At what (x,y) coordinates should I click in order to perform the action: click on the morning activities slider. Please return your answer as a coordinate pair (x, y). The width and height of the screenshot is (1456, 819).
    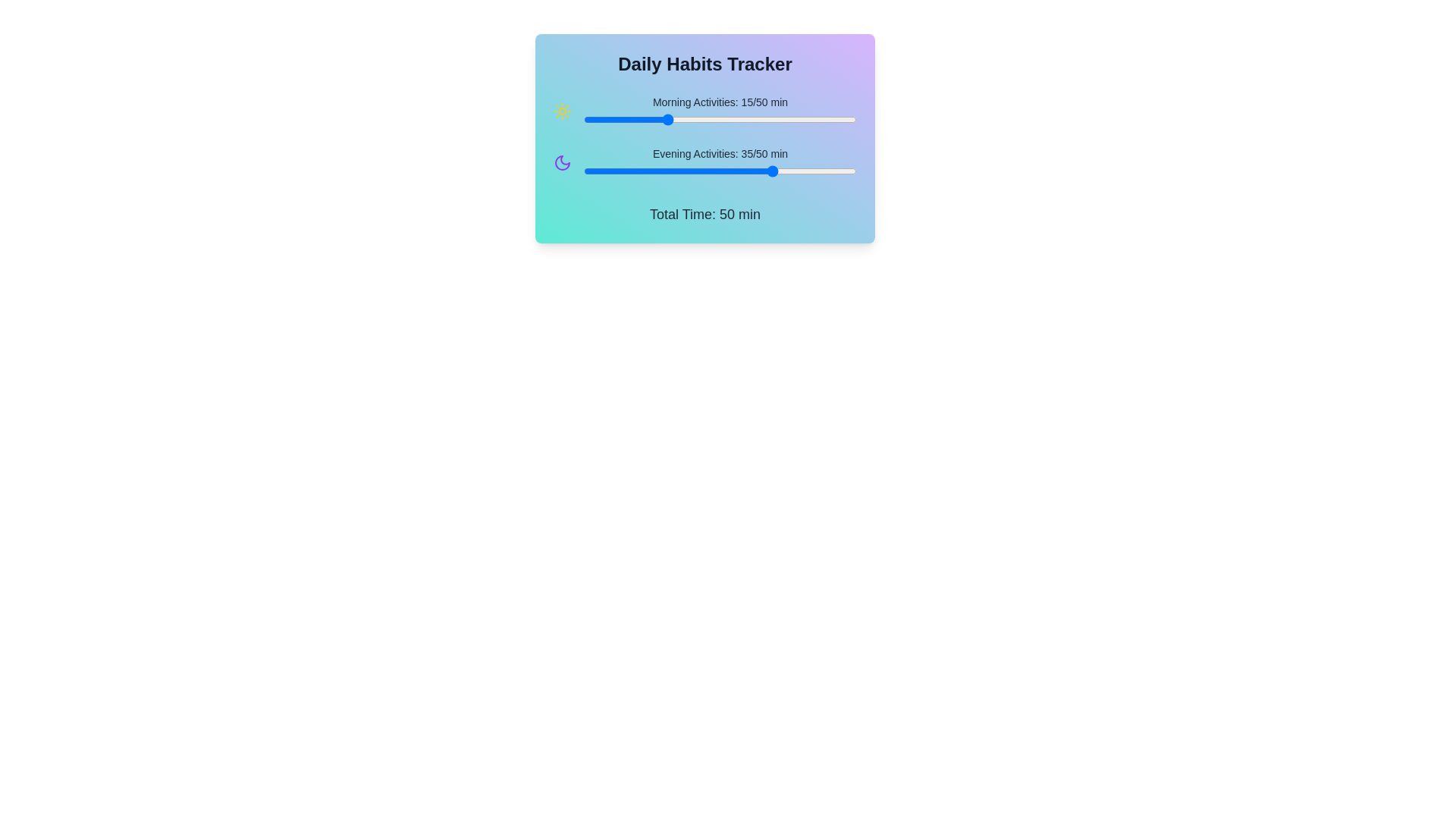
    Looking at the image, I should click on (764, 119).